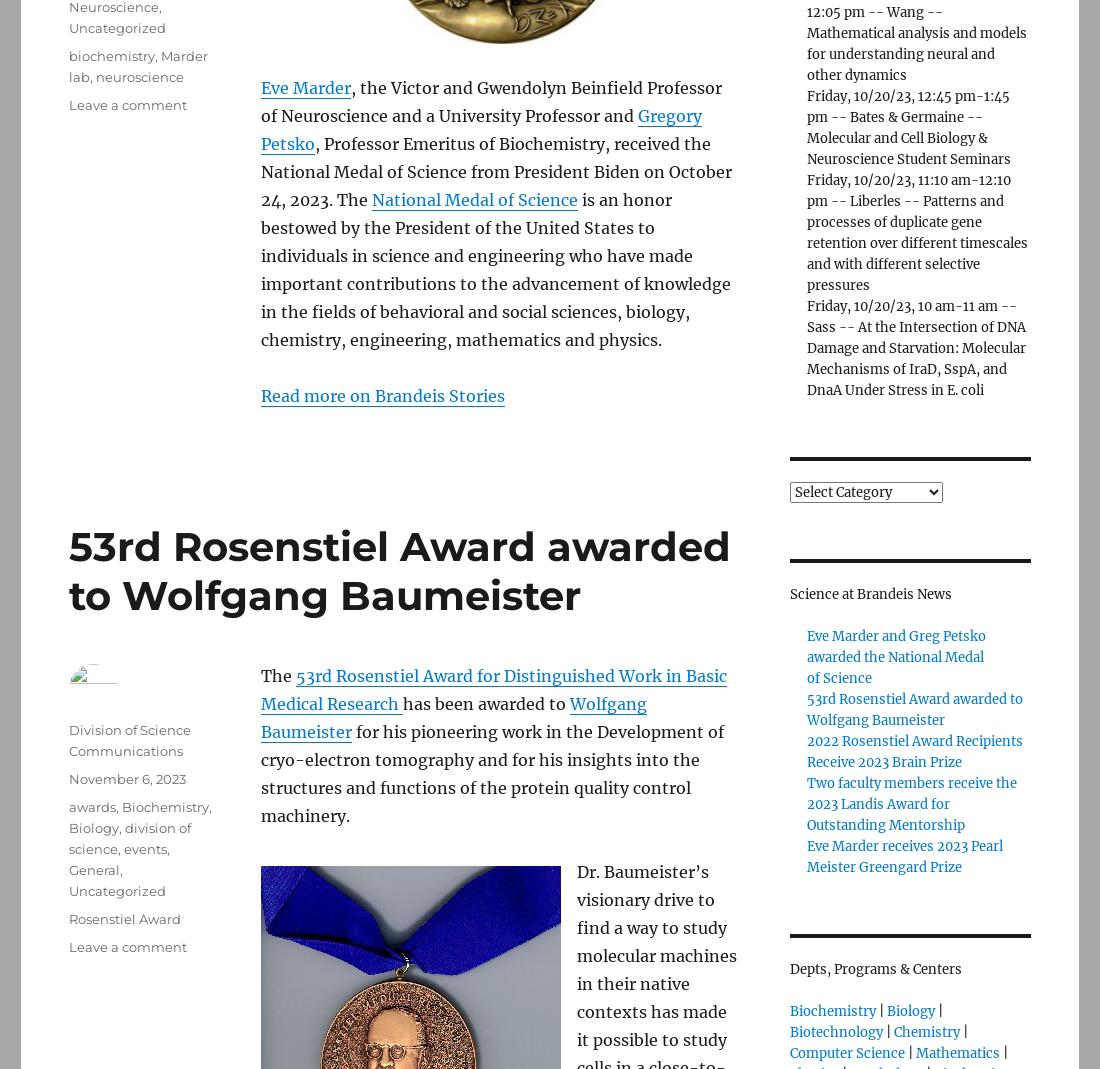 The image size is (1100, 1069). What do you see at coordinates (305, 86) in the screenshot?
I see `'Eve Marder'` at bounding box center [305, 86].